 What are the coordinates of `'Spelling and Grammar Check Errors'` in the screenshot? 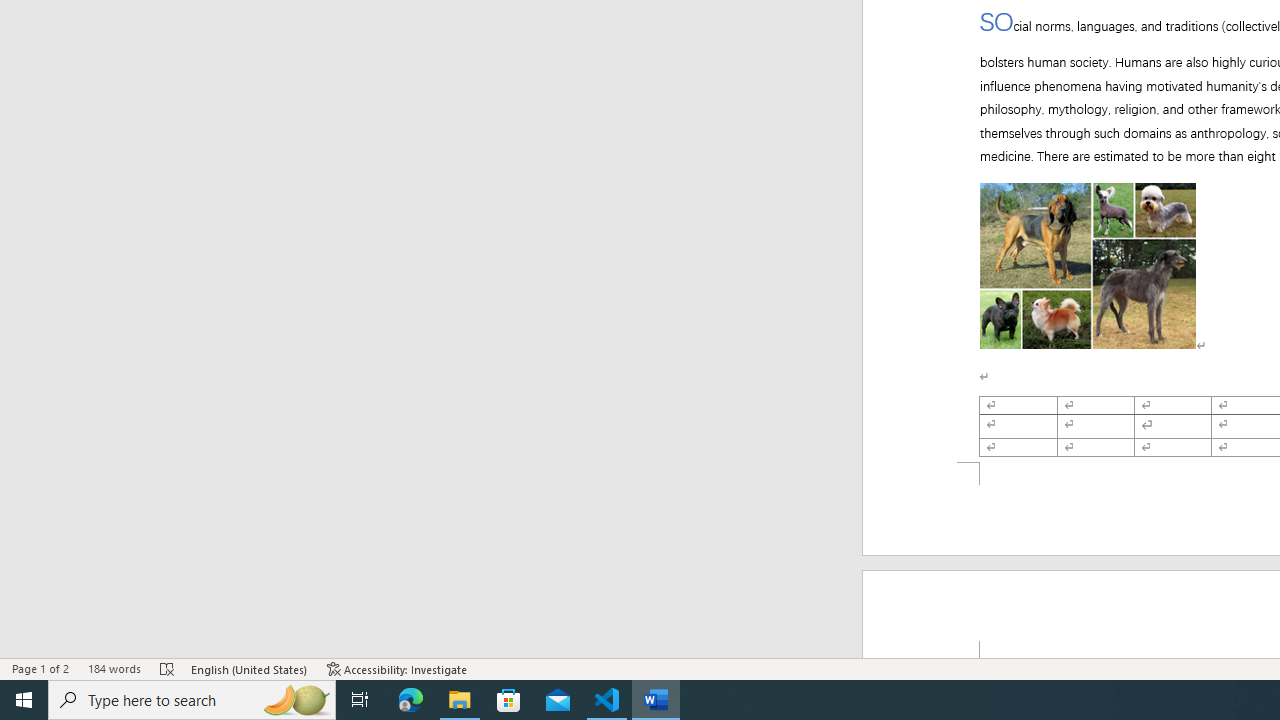 It's located at (168, 669).